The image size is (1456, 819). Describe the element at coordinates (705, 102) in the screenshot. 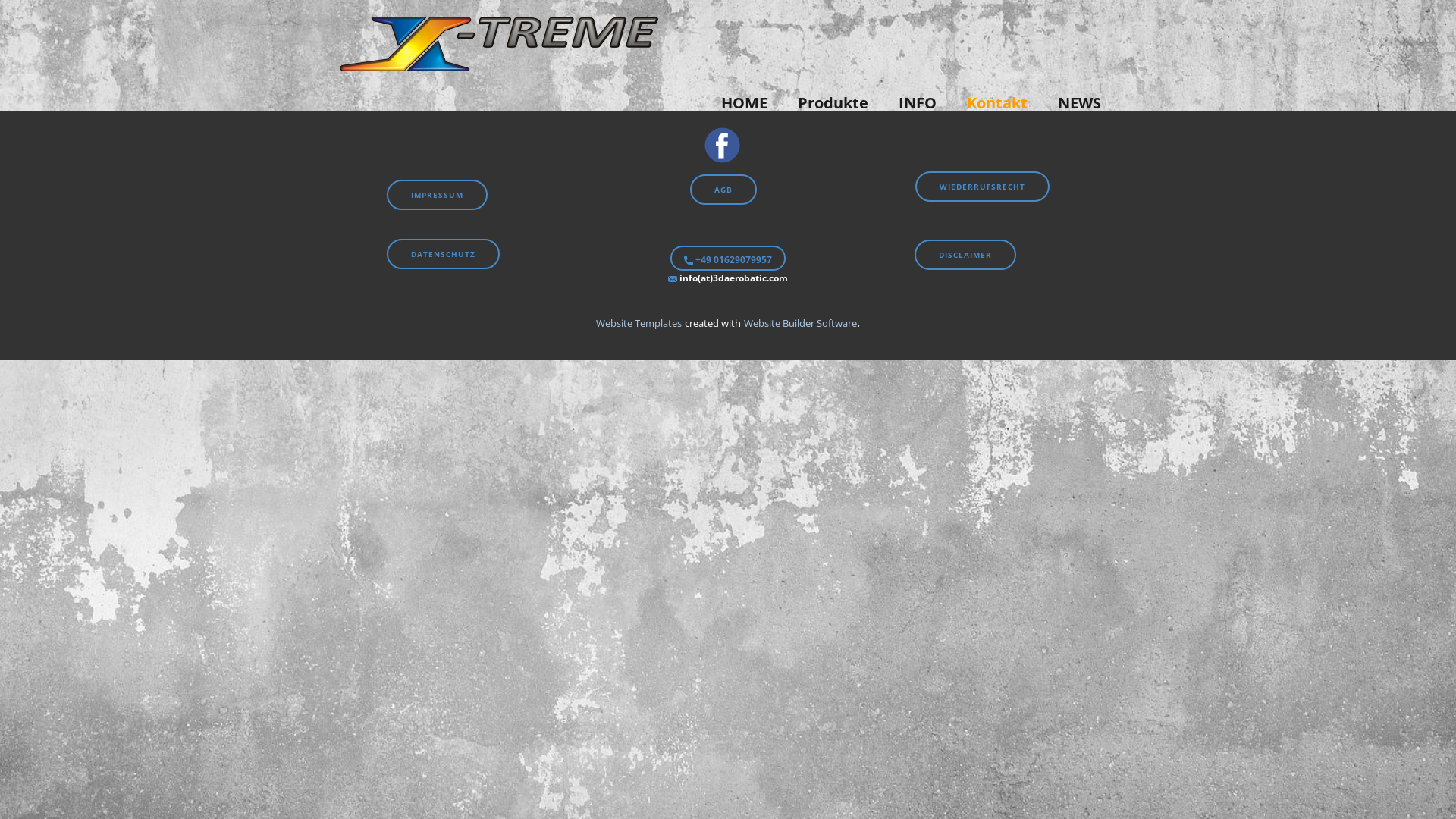

I see `'HOME'` at that location.